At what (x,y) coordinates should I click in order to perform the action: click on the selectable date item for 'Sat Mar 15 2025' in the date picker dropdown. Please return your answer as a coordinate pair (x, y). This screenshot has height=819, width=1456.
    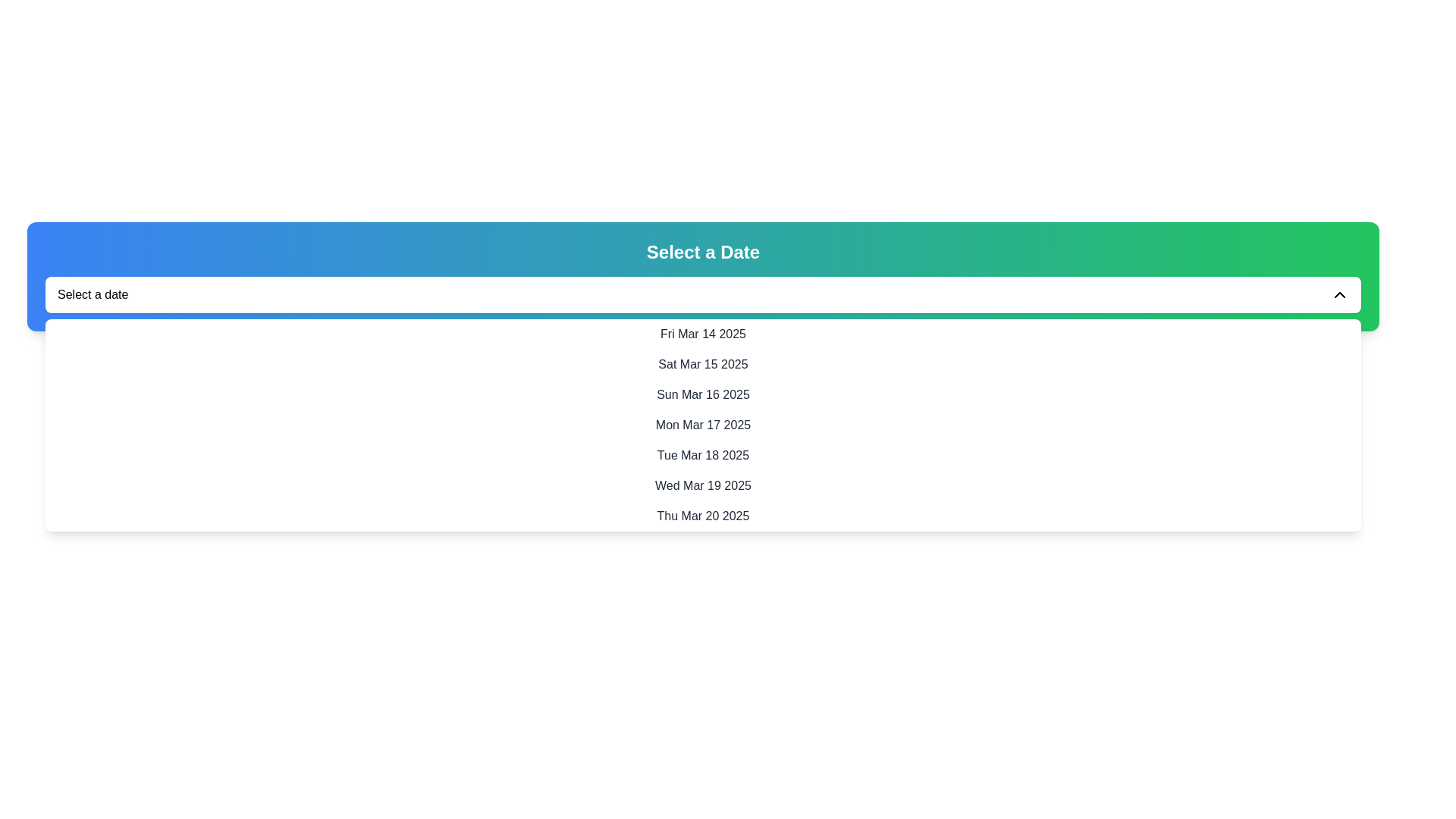
    Looking at the image, I should click on (702, 365).